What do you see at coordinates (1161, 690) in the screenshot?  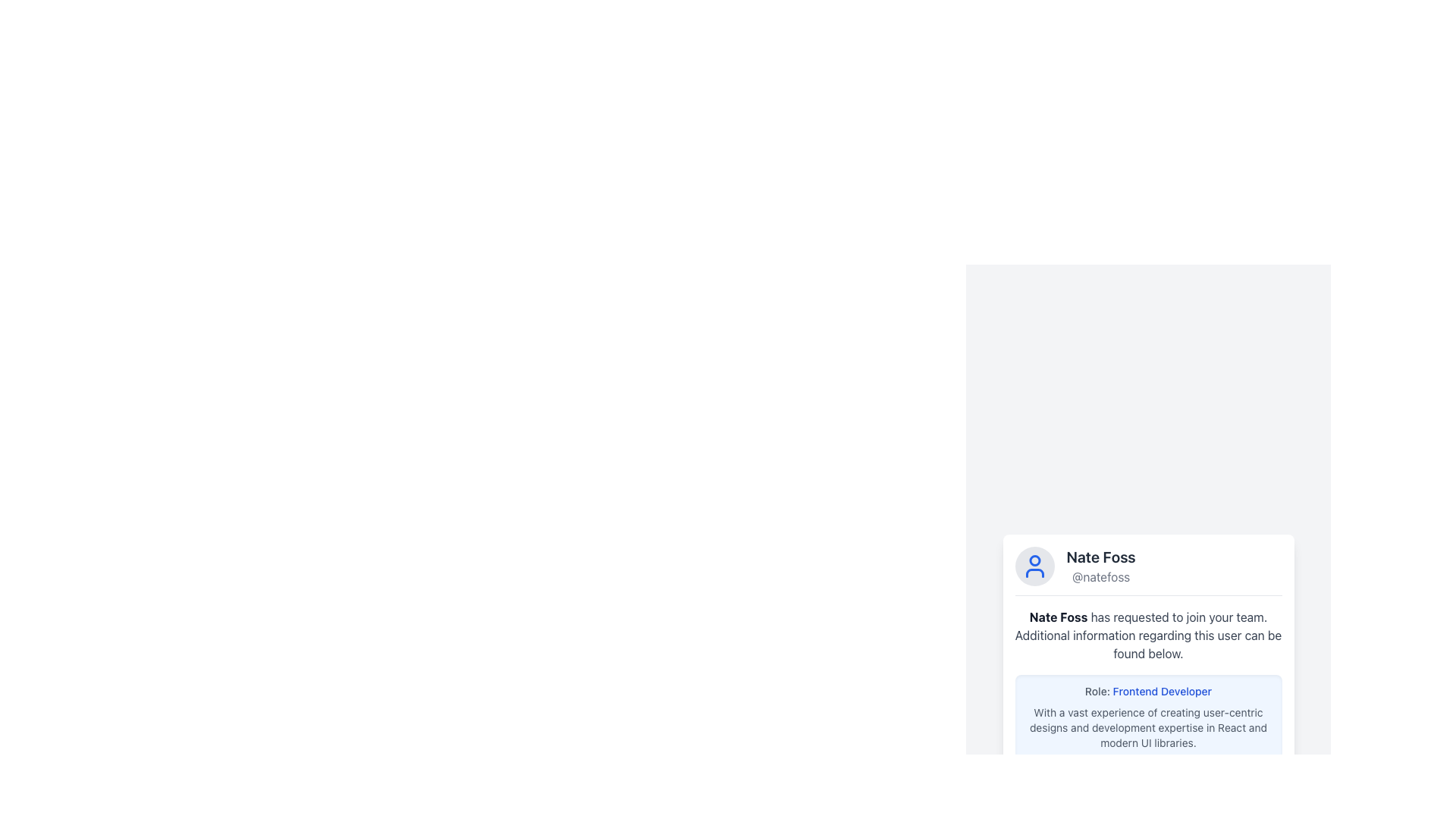 I see `the 'Frontend Developer' text label, which is displayed in blue font and is part of the 'Role:' section in gray, located towards the lower-center of the card layout` at bounding box center [1161, 690].